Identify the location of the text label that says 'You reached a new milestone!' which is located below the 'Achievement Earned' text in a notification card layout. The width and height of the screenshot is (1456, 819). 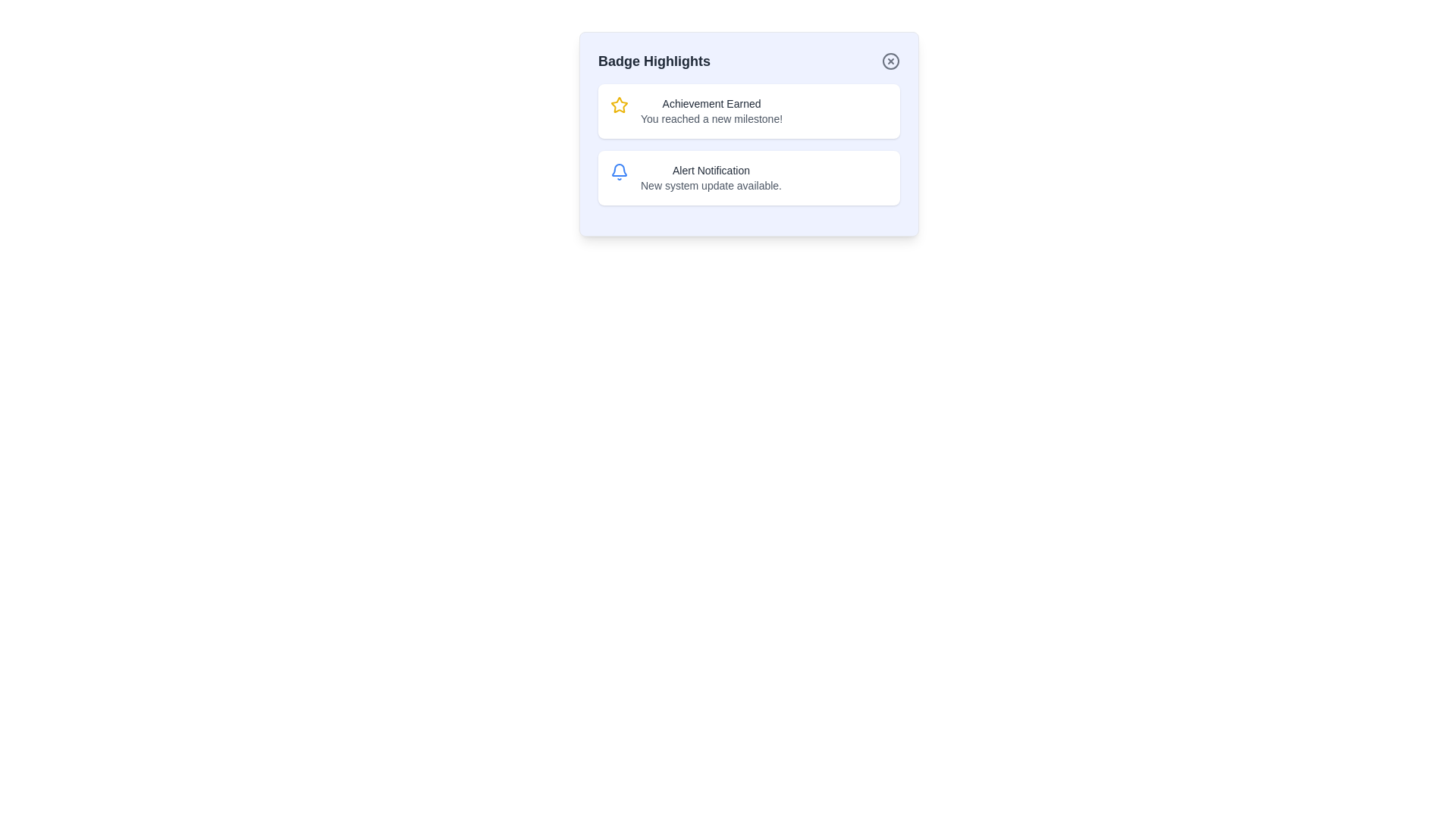
(711, 118).